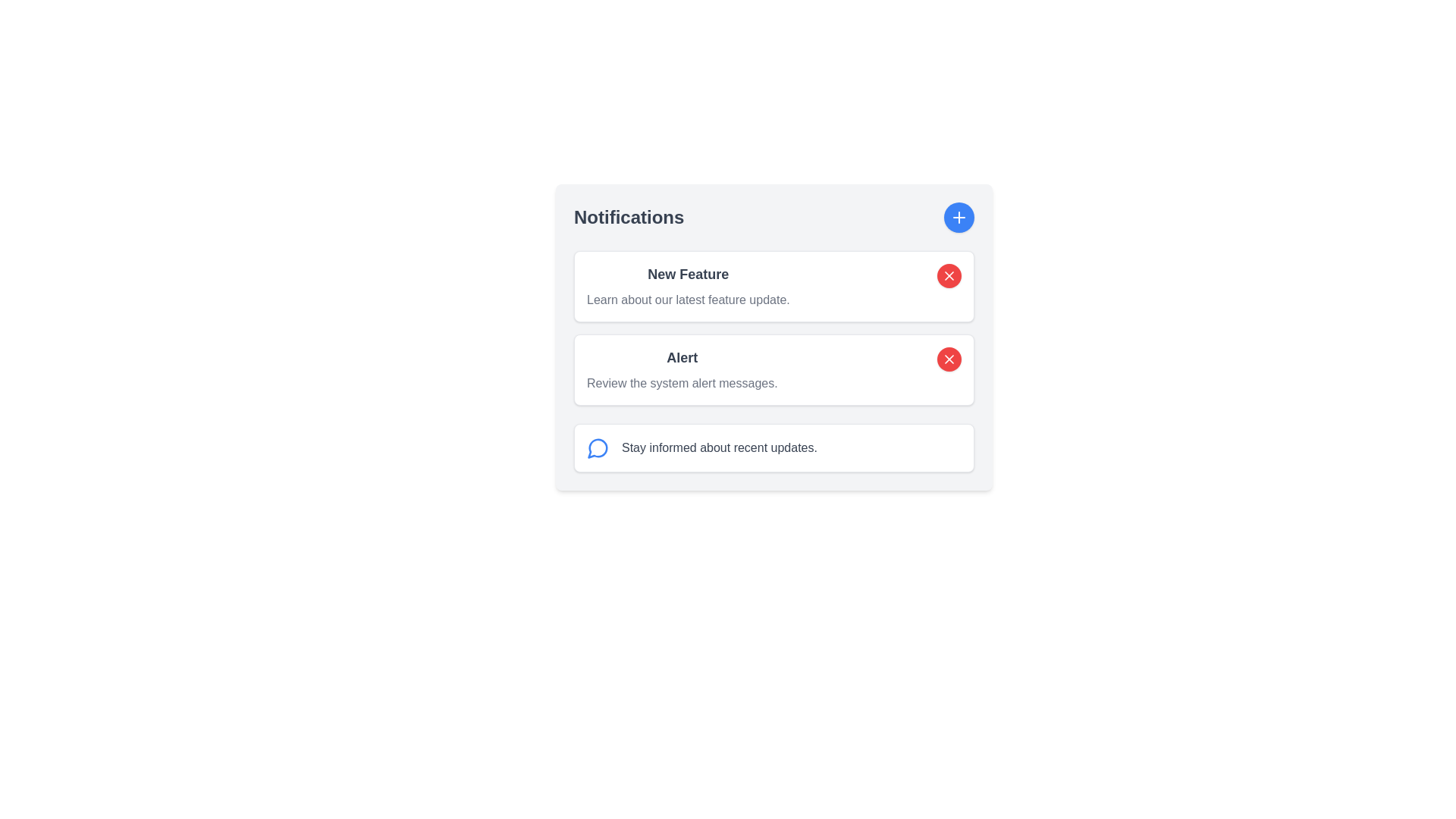  I want to click on the Informational card, which is the third card in the Notifications section, featuring a blue chat bubble icon and the text 'Stay informed about recent updates.', so click(774, 447).